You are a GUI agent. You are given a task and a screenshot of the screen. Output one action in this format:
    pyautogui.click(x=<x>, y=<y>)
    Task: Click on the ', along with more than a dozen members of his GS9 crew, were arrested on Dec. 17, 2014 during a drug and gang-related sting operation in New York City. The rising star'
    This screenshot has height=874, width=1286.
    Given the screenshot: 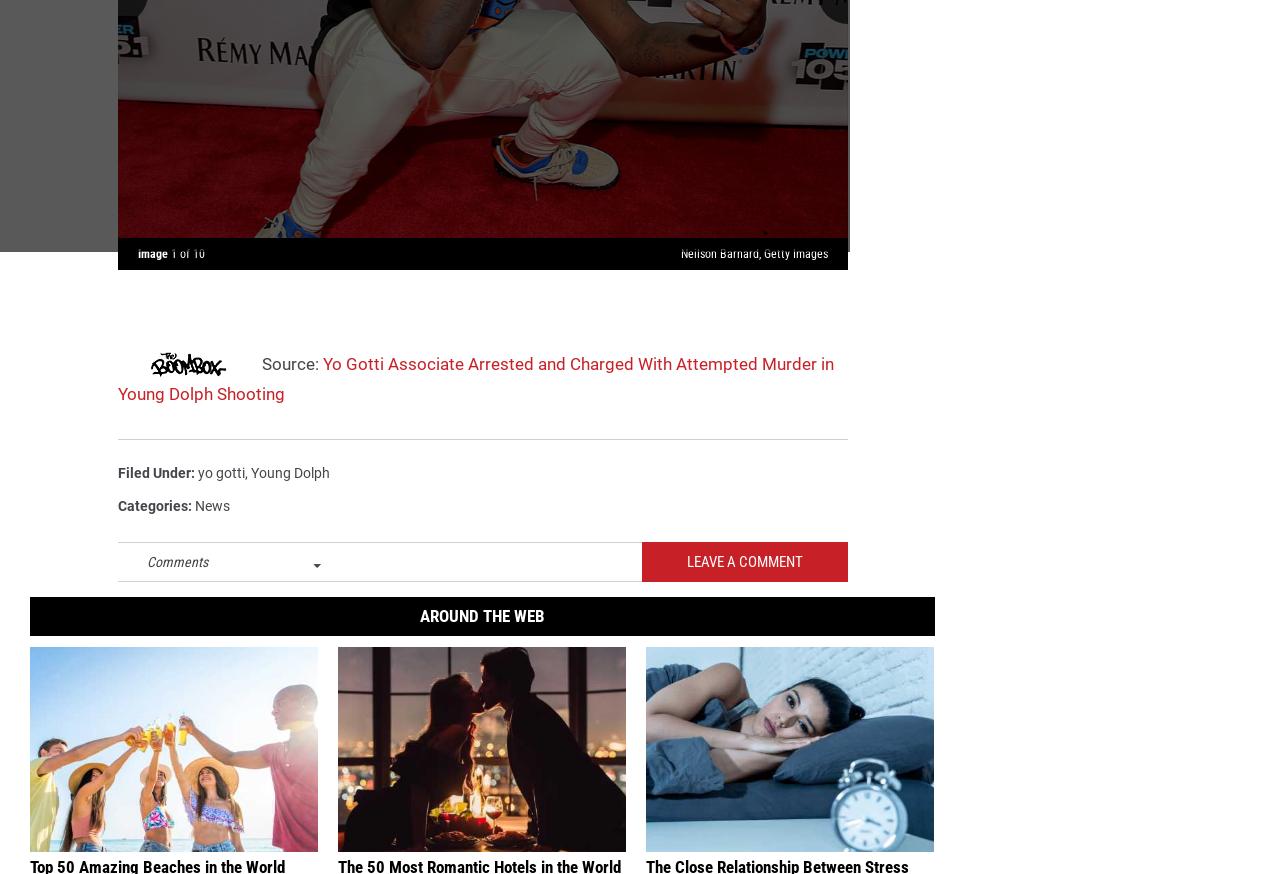 What is the action you would take?
    pyautogui.click(x=479, y=732)
    